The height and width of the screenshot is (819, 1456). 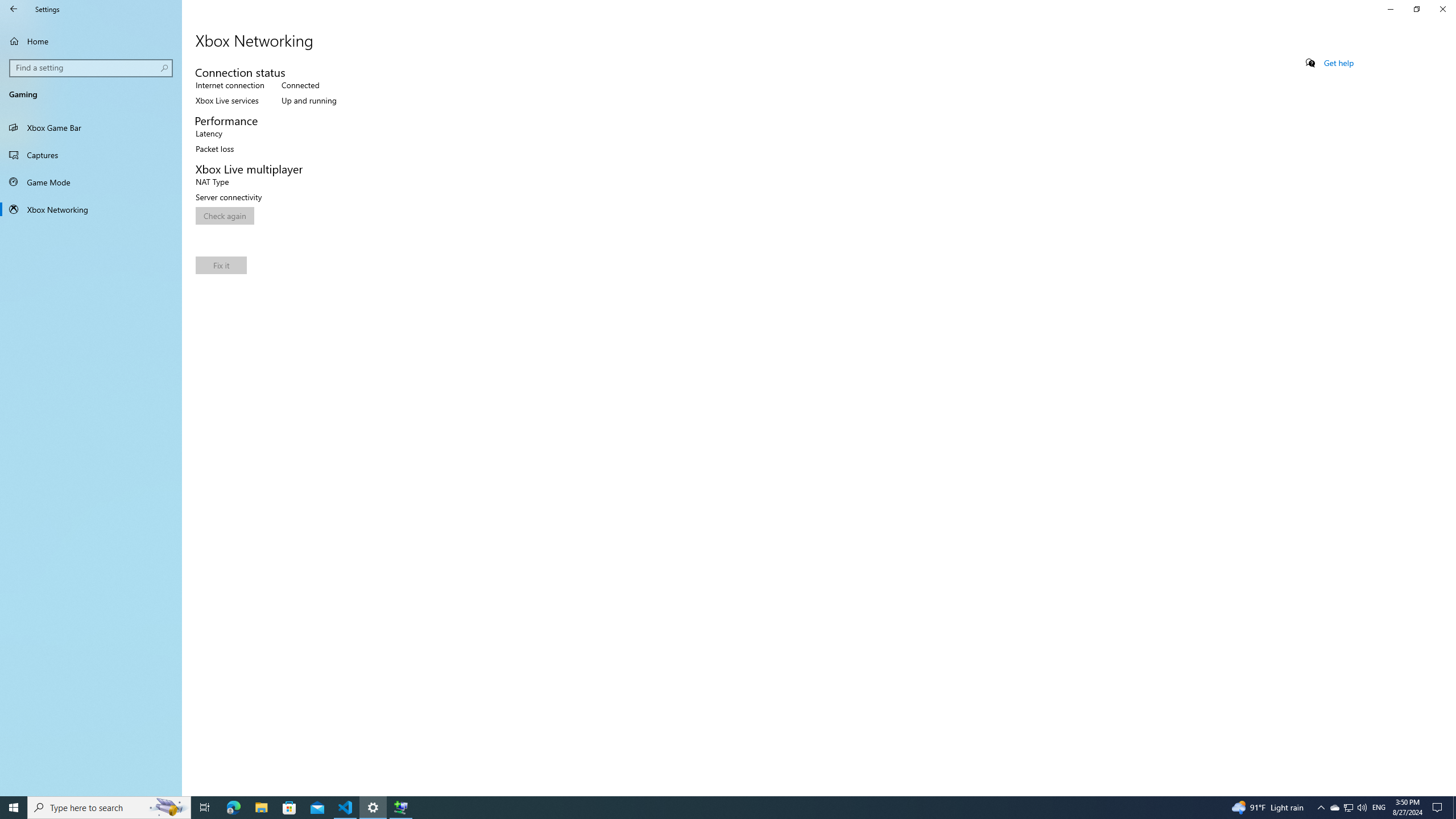 What do you see at coordinates (90, 209) in the screenshot?
I see `'Xbox Networking'` at bounding box center [90, 209].